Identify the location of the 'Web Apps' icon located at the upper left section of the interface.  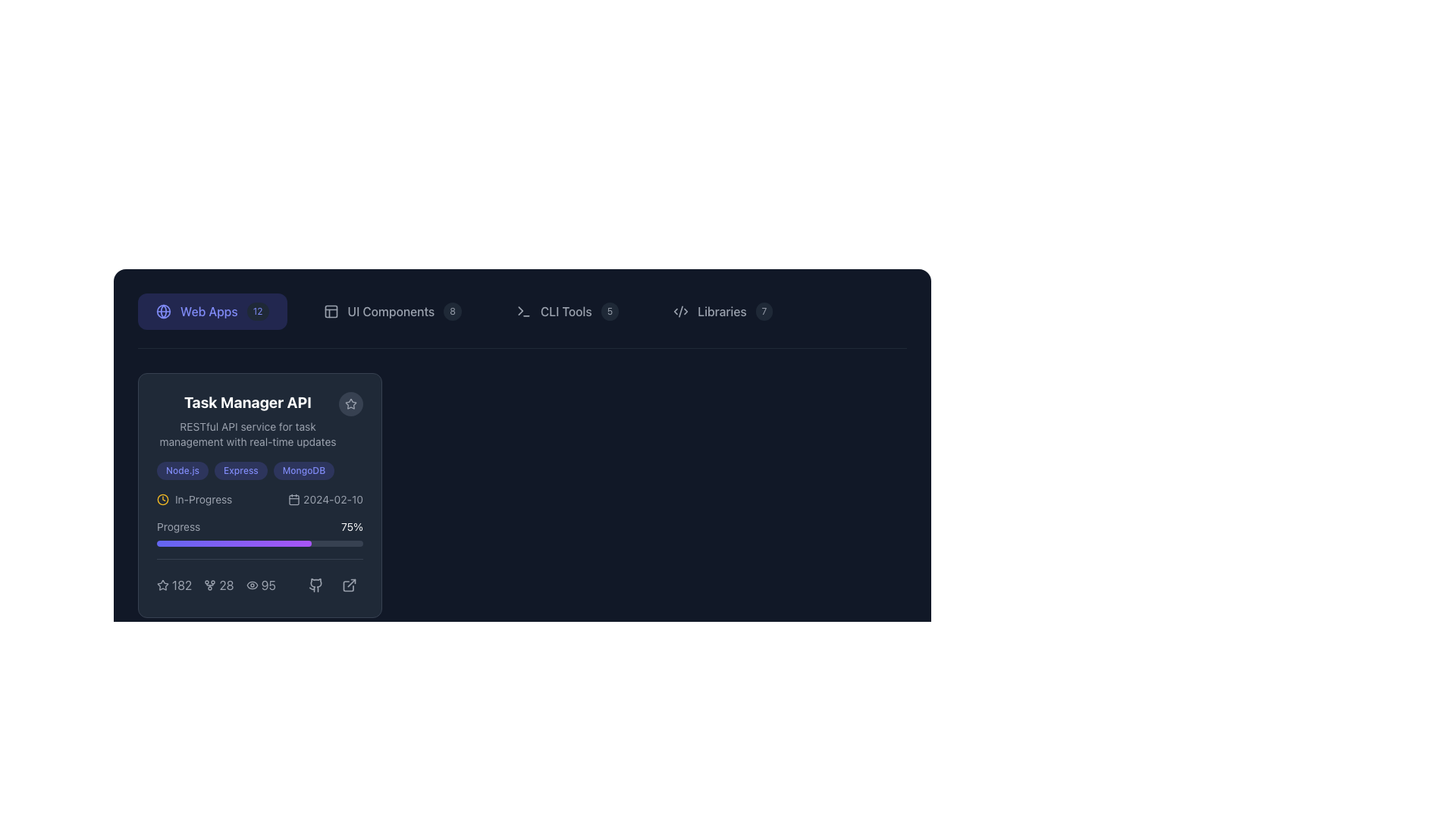
(164, 311).